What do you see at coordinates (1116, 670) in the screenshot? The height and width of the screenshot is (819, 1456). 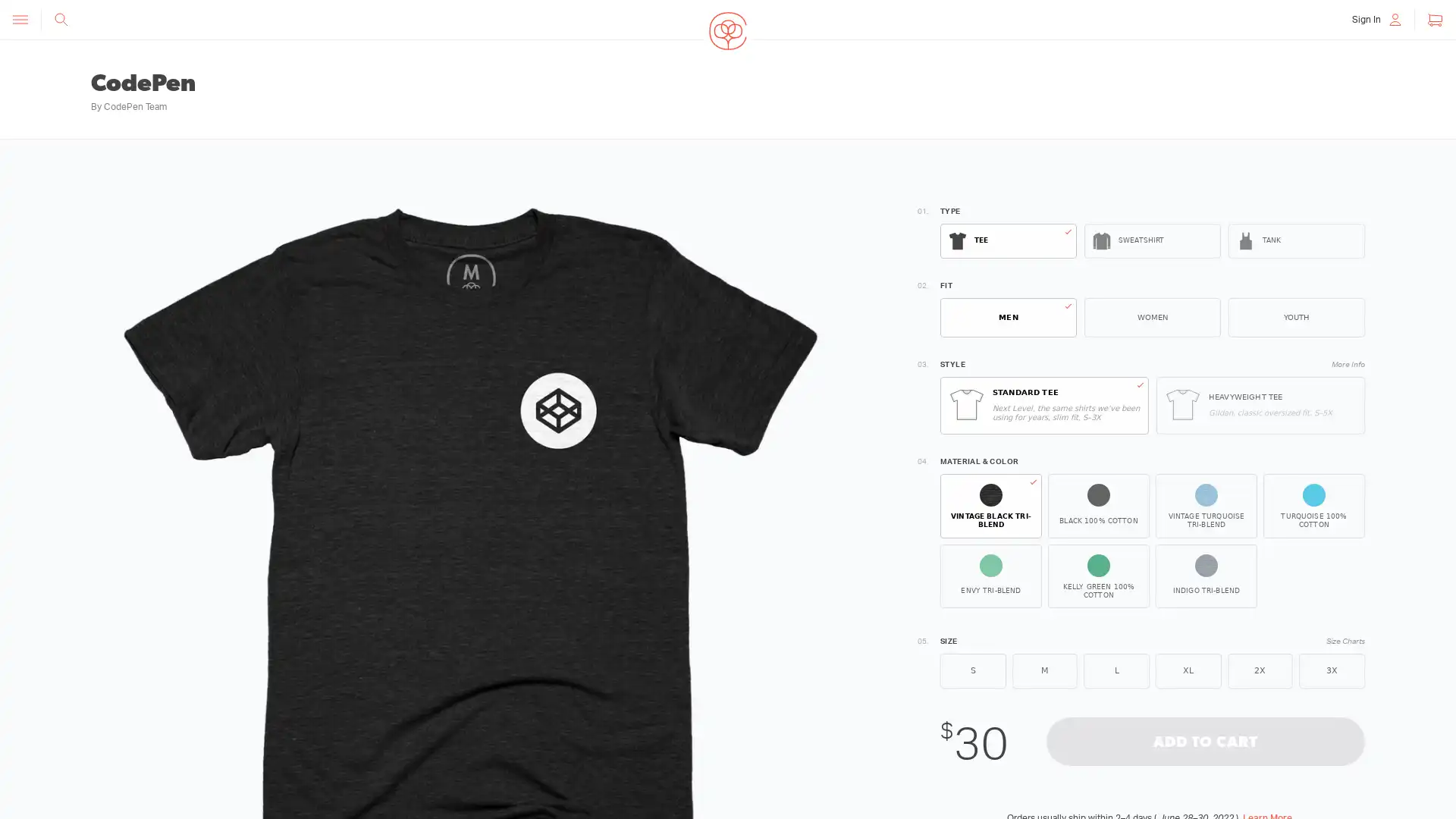 I see `L` at bounding box center [1116, 670].